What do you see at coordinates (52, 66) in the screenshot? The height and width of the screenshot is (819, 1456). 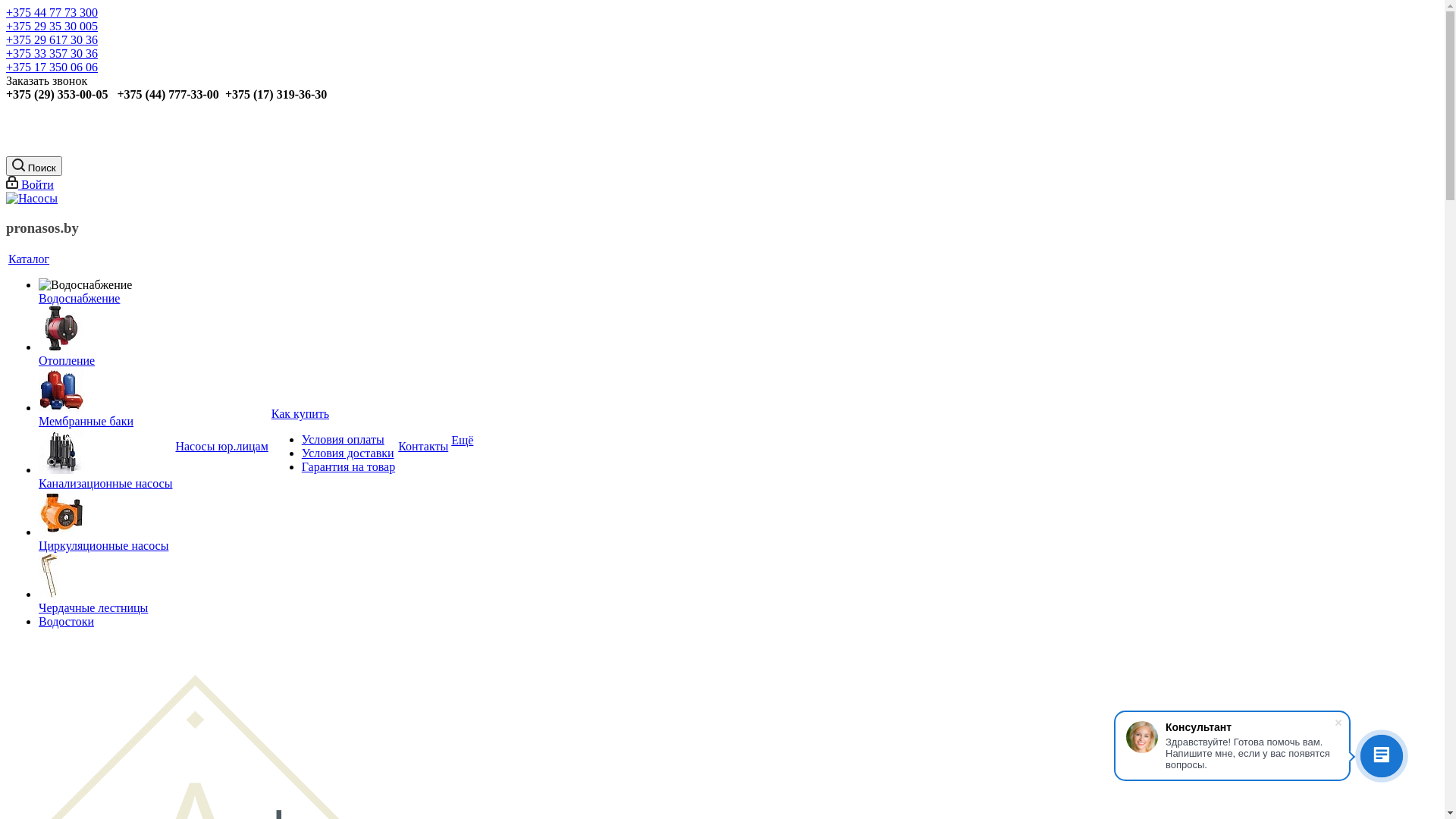 I see `'+375 17 350 06 06'` at bounding box center [52, 66].